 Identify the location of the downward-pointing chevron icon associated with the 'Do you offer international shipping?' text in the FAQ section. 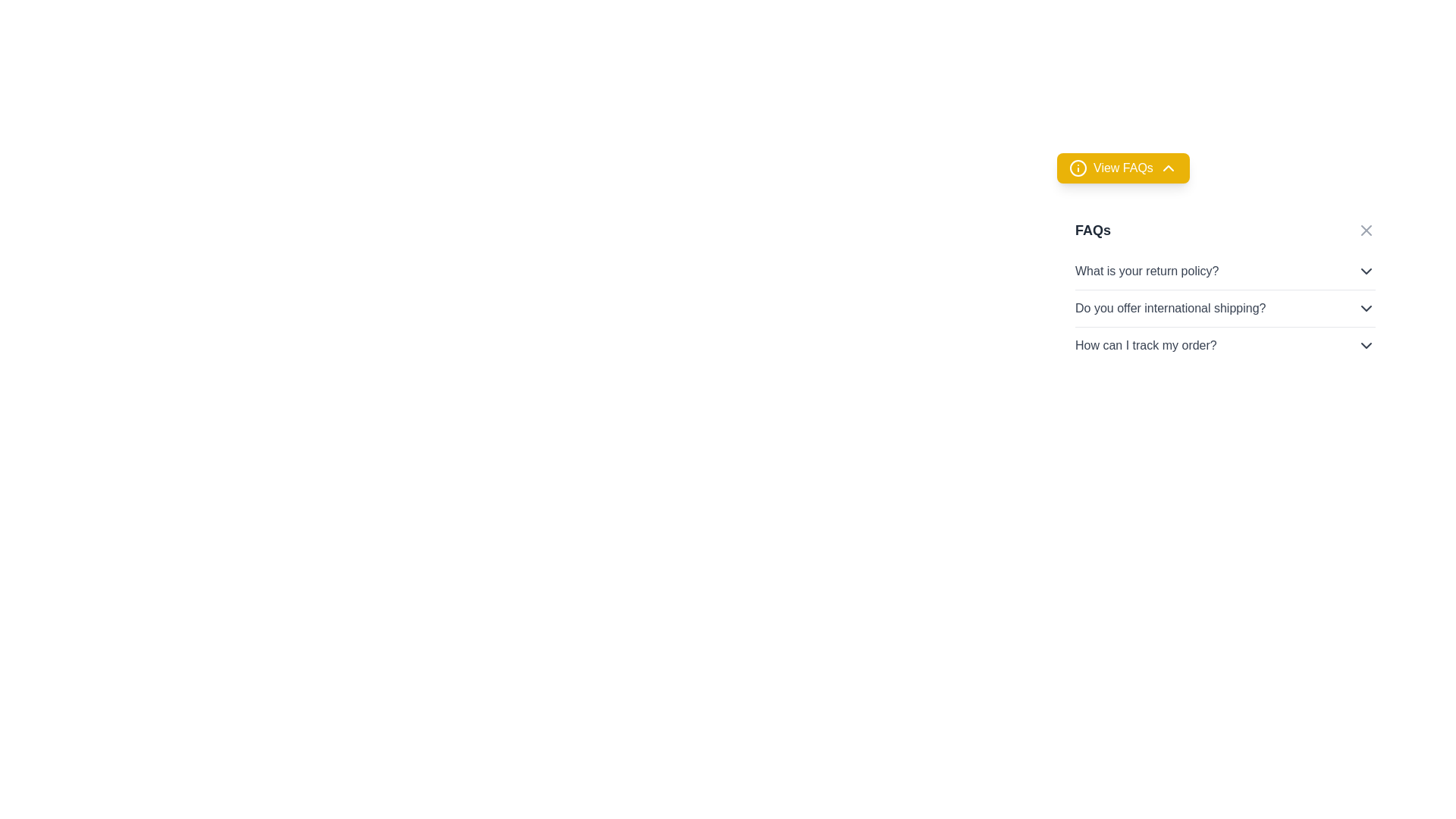
(1366, 308).